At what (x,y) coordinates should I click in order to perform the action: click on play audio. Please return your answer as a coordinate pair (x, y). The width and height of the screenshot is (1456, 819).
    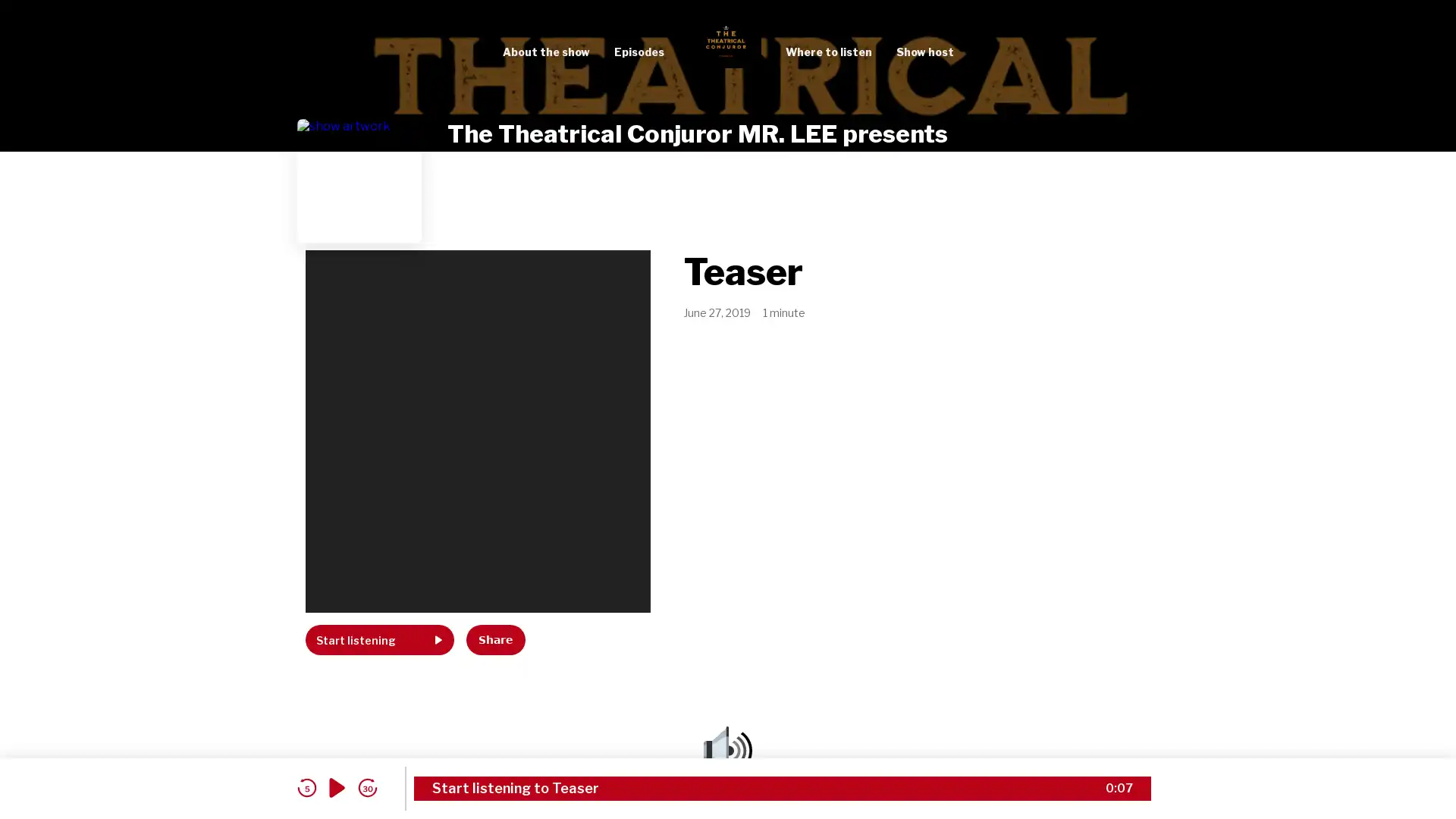
    Looking at the image, I should click on (337, 787).